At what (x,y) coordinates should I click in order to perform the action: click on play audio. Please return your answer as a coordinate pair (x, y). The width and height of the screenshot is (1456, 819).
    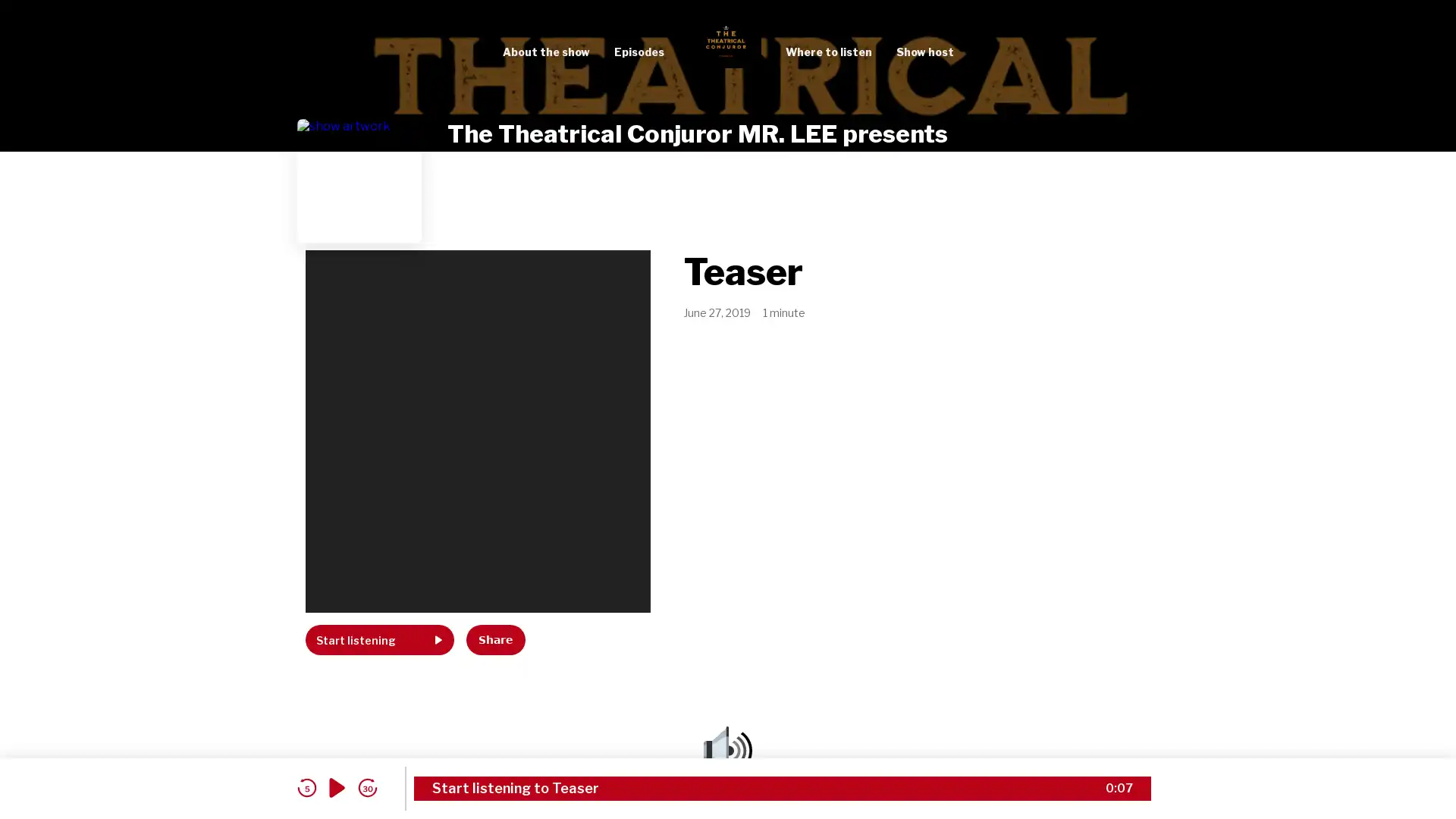
    Looking at the image, I should click on (337, 787).